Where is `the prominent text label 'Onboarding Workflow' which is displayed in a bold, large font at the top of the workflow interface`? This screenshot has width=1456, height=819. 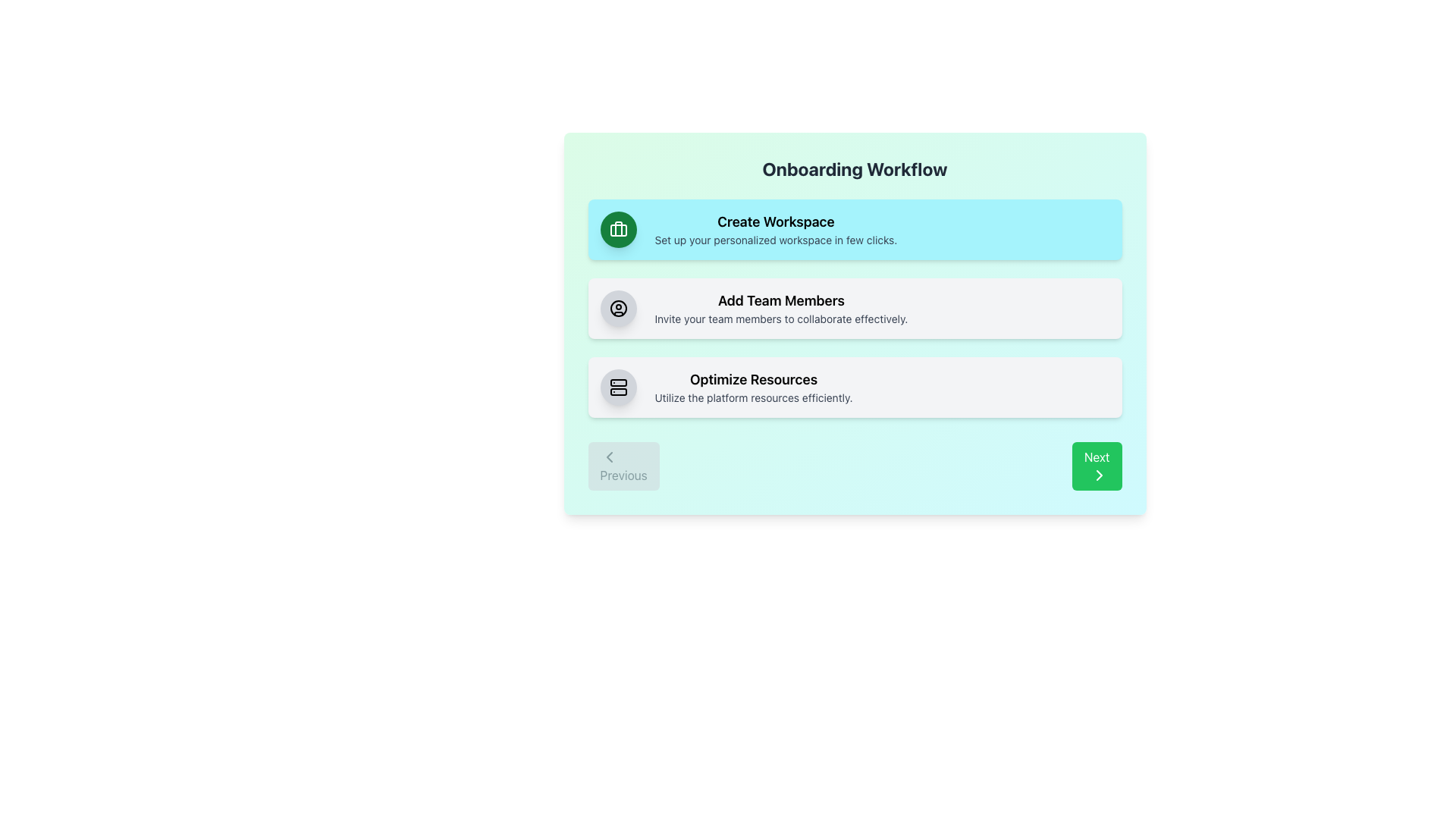
the prominent text label 'Onboarding Workflow' which is displayed in a bold, large font at the top of the workflow interface is located at coordinates (855, 169).